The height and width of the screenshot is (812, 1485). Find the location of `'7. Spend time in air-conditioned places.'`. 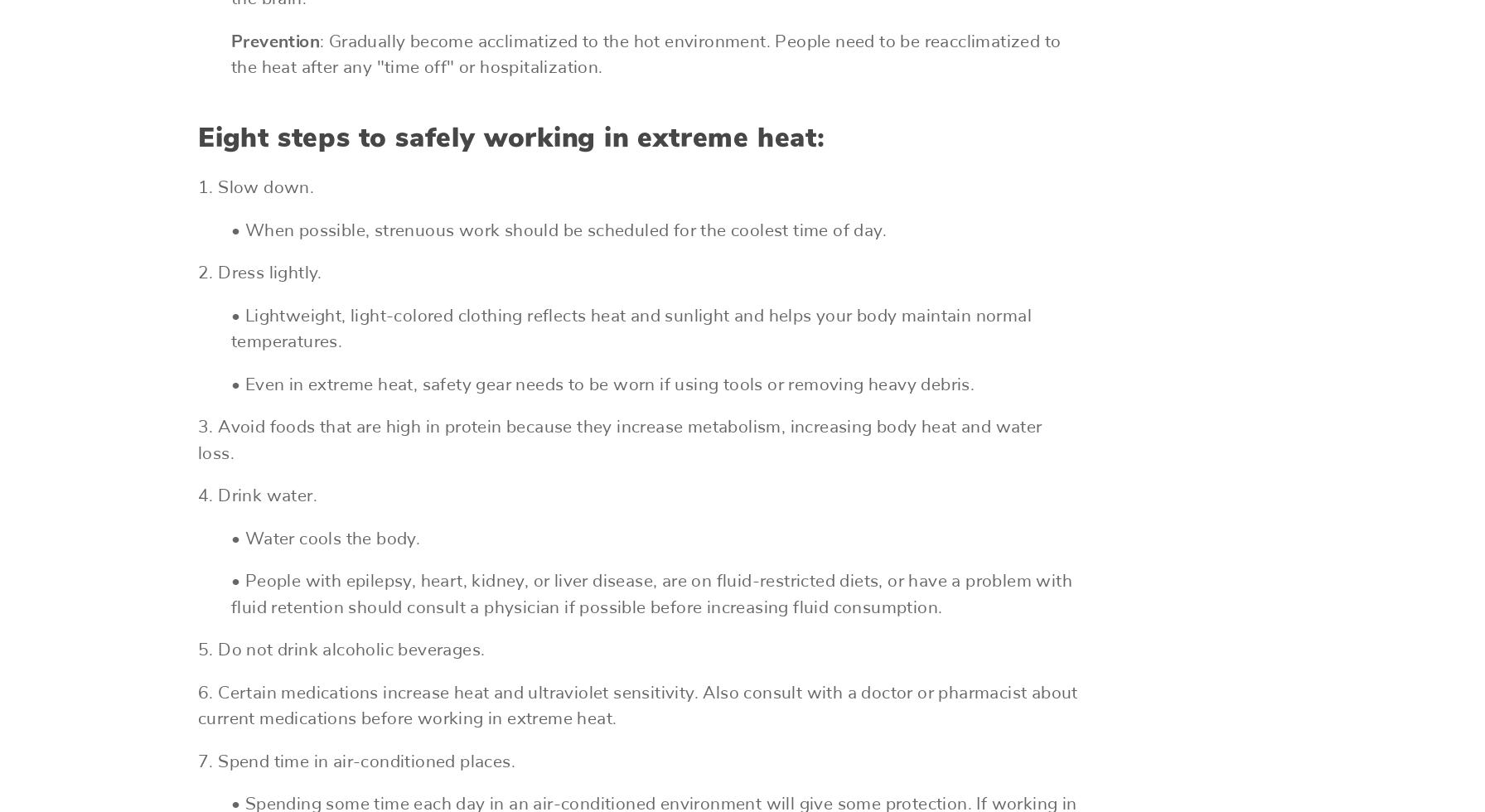

'7. Spend time in air-conditioned places.' is located at coordinates (356, 761).